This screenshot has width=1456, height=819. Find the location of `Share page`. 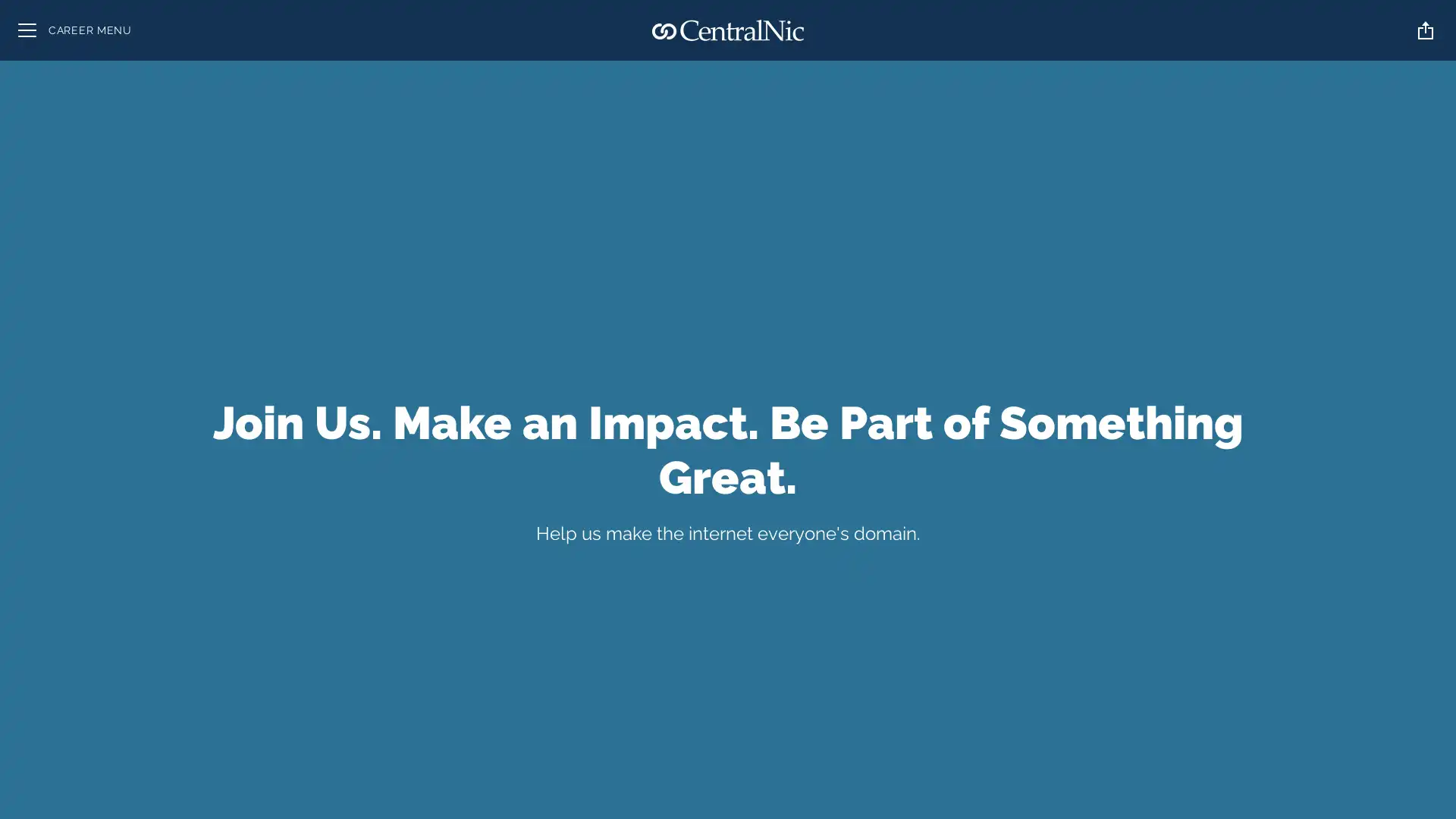

Share page is located at coordinates (1425, 30).